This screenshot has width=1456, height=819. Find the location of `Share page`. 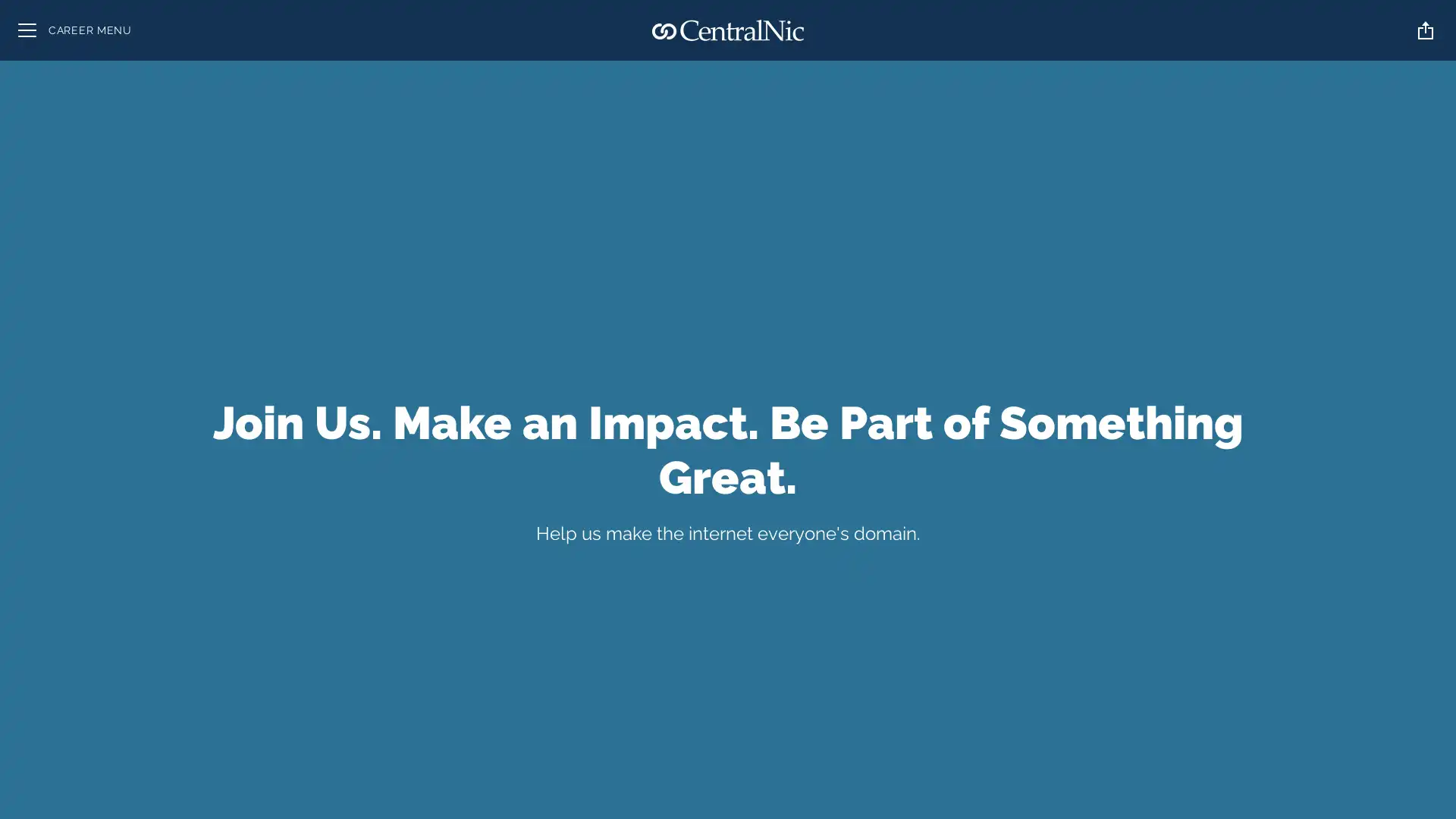

Share page is located at coordinates (1425, 30).